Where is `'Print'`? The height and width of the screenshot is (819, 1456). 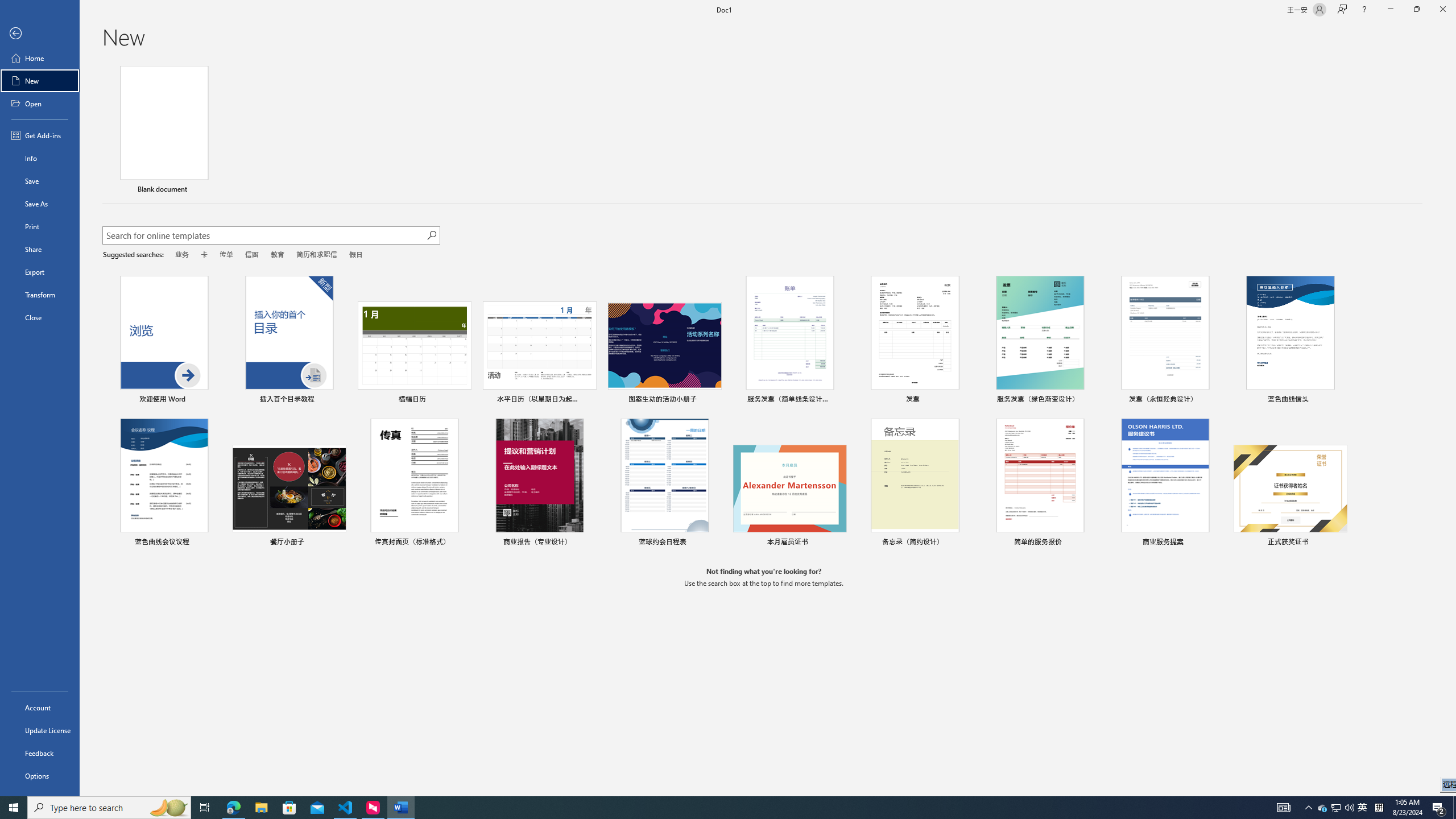
'Print' is located at coordinates (39, 226).